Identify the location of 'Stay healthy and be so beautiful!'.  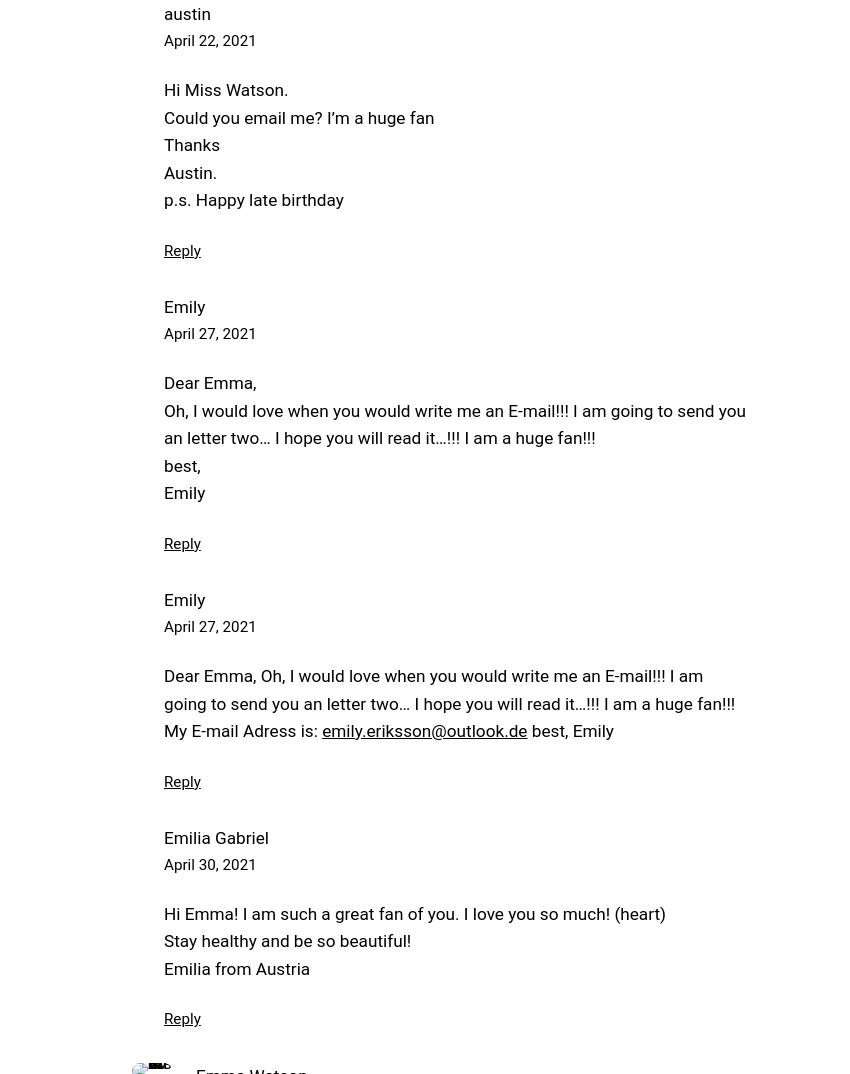
(286, 941).